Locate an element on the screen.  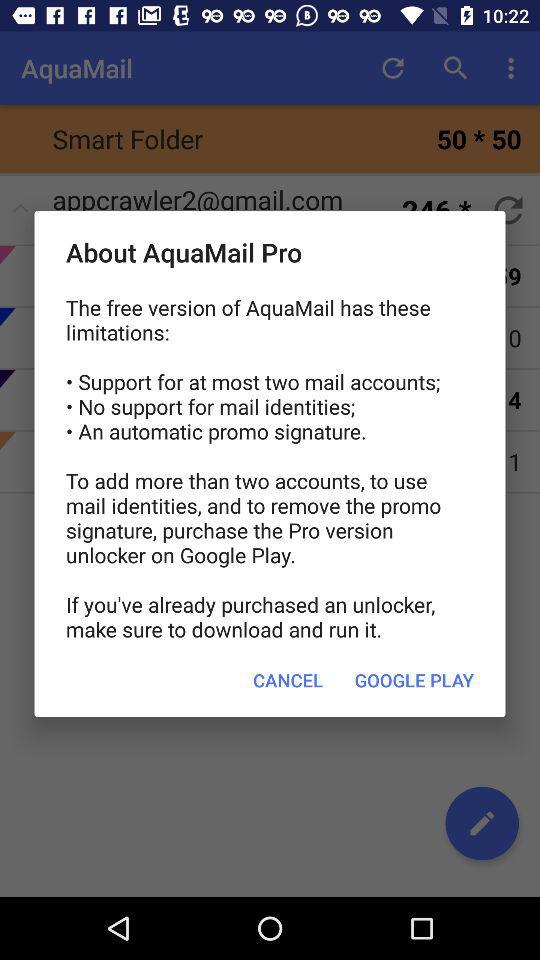
the google play button is located at coordinates (413, 680).